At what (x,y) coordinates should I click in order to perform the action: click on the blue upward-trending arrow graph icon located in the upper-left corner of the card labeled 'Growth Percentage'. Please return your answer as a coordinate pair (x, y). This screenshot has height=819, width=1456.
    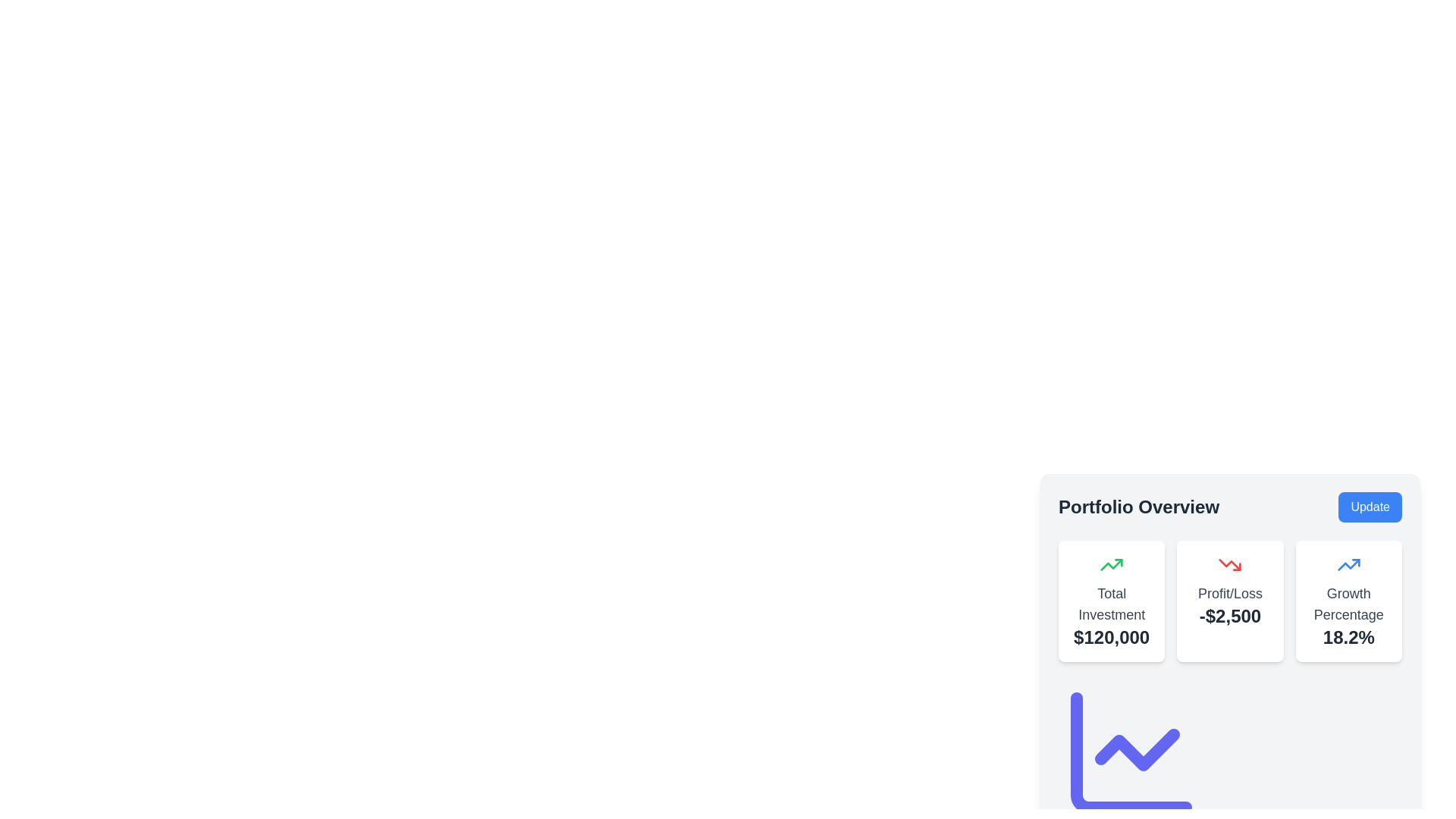
    Looking at the image, I should click on (1348, 564).